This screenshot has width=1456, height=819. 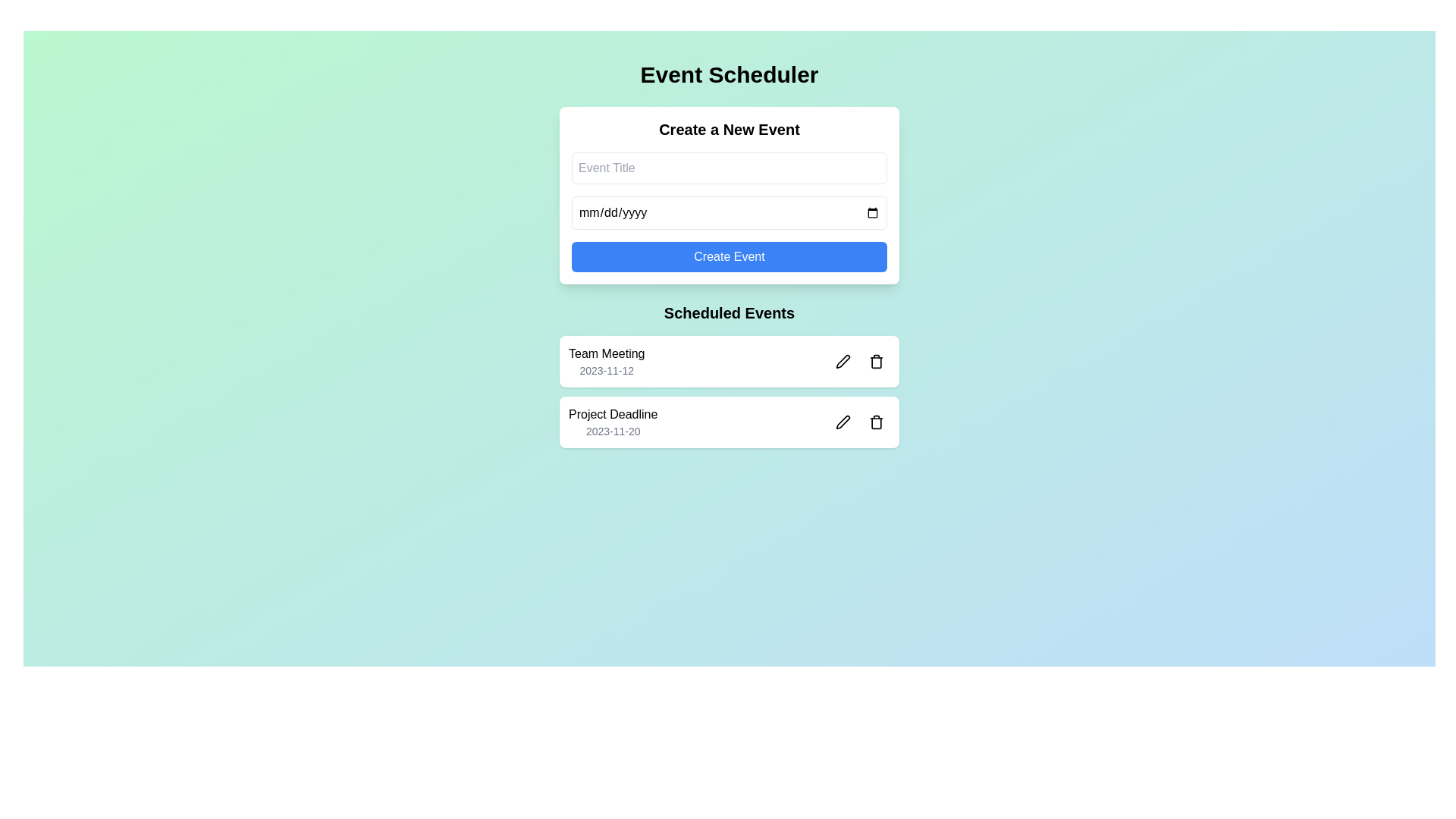 What do you see at coordinates (607, 362) in the screenshot?
I see `event information displayed in the Text display component for 'Team Meeting' and its date '2023-11-12', located in the 'Scheduled Events' section` at bounding box center [607, 362].